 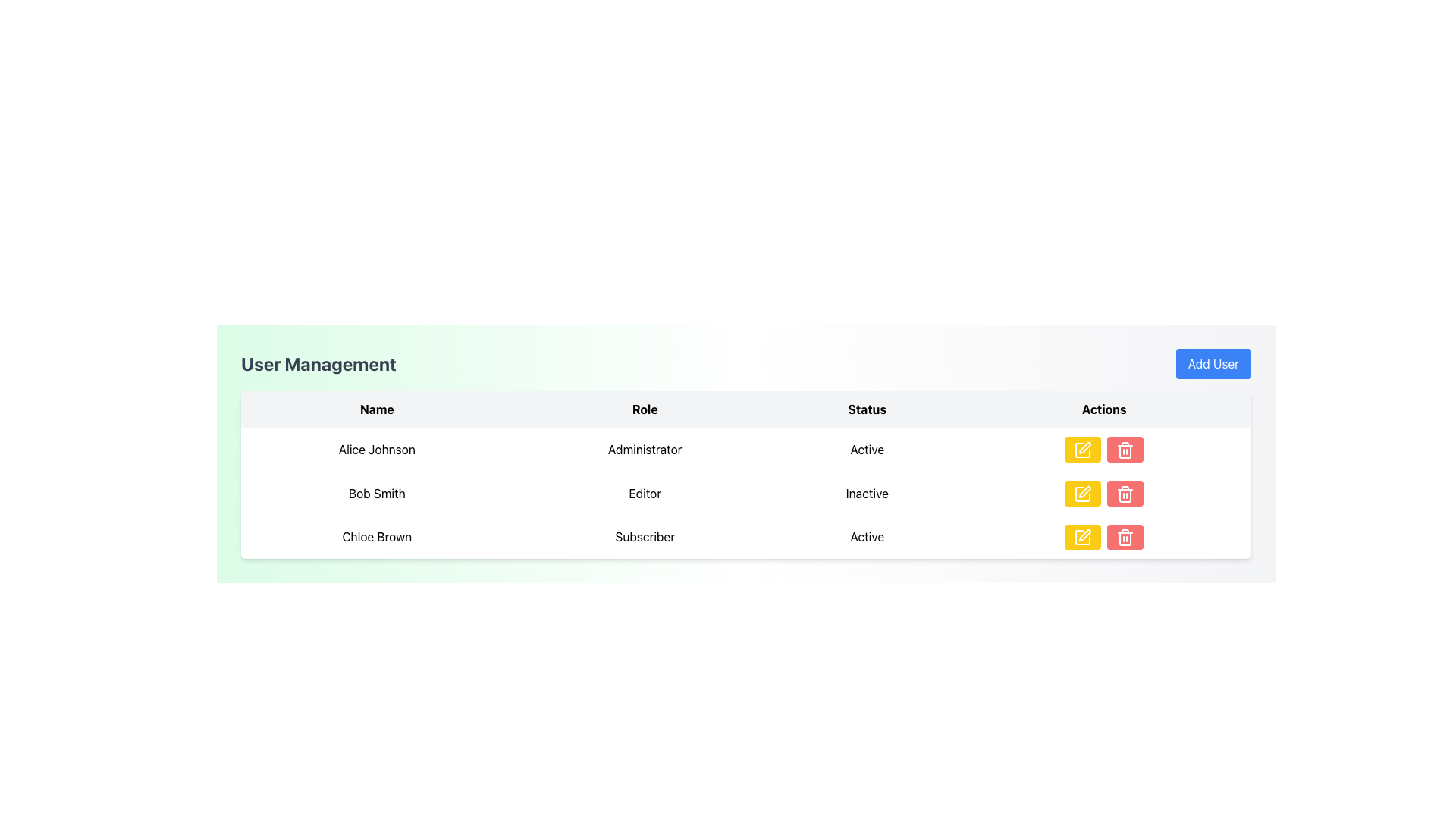 I want to click on the delete button in the 'Actions' column of the User Management table row, which is located to the right of the yellow pen icon button, to initiate the deletion of the corresponding data entry, so click(x=1125, y=448).